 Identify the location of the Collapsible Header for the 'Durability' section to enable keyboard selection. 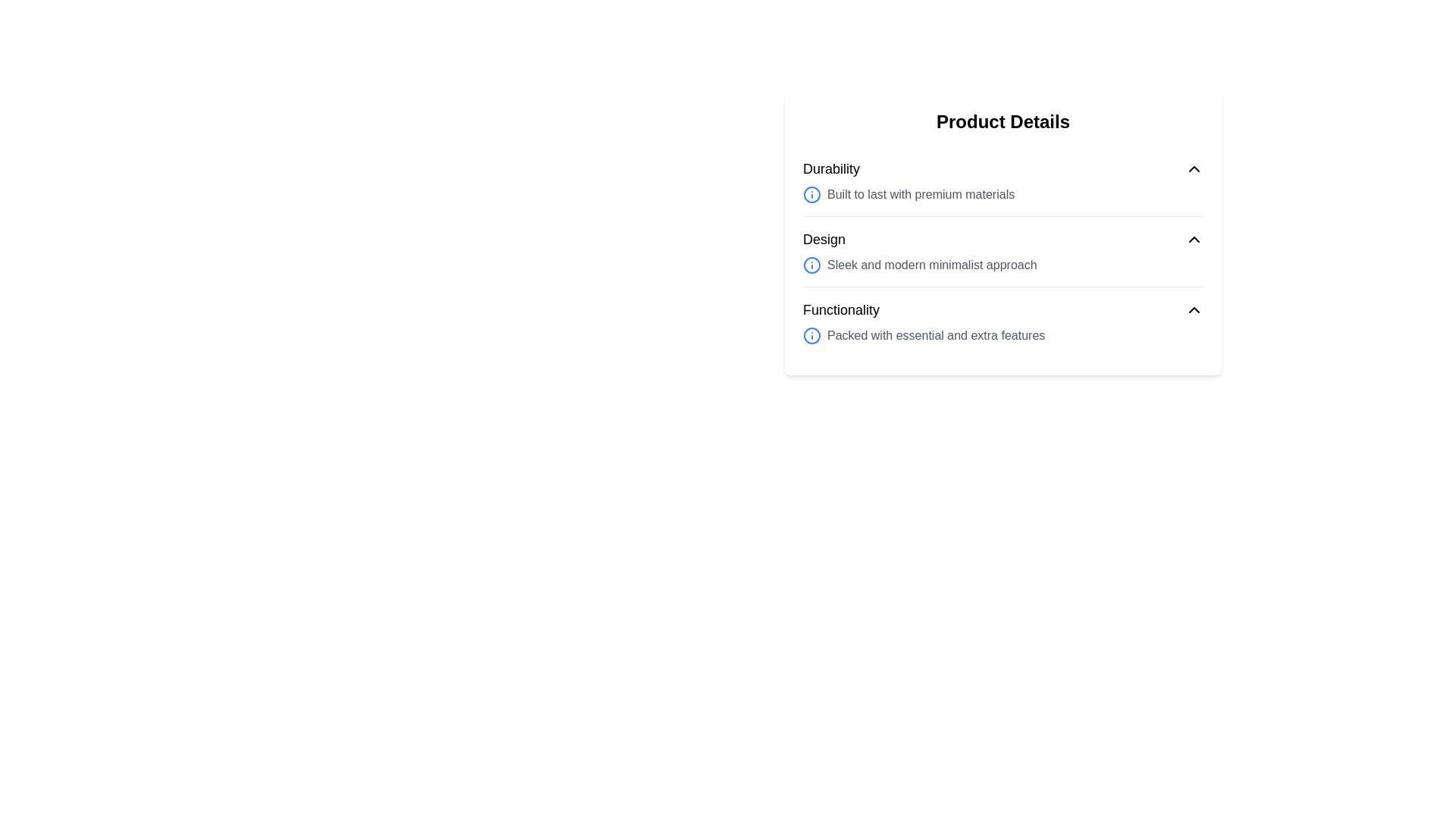
(1003, 169).